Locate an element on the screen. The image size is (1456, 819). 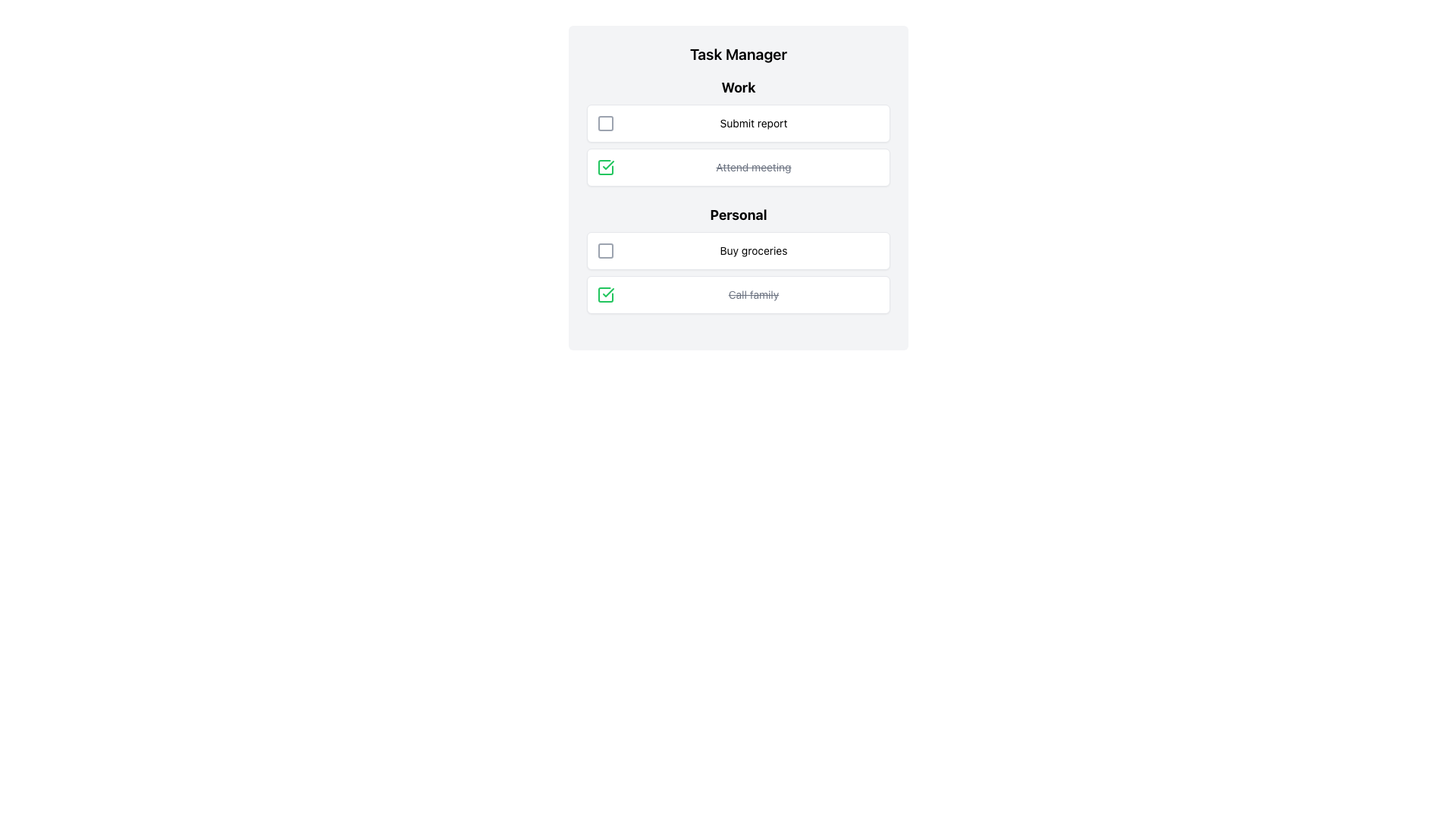
the text display element showing 'Call family', which has a strikethrough style and is located in the 'Personal' section of tasks is located at coordinates (753, 295).